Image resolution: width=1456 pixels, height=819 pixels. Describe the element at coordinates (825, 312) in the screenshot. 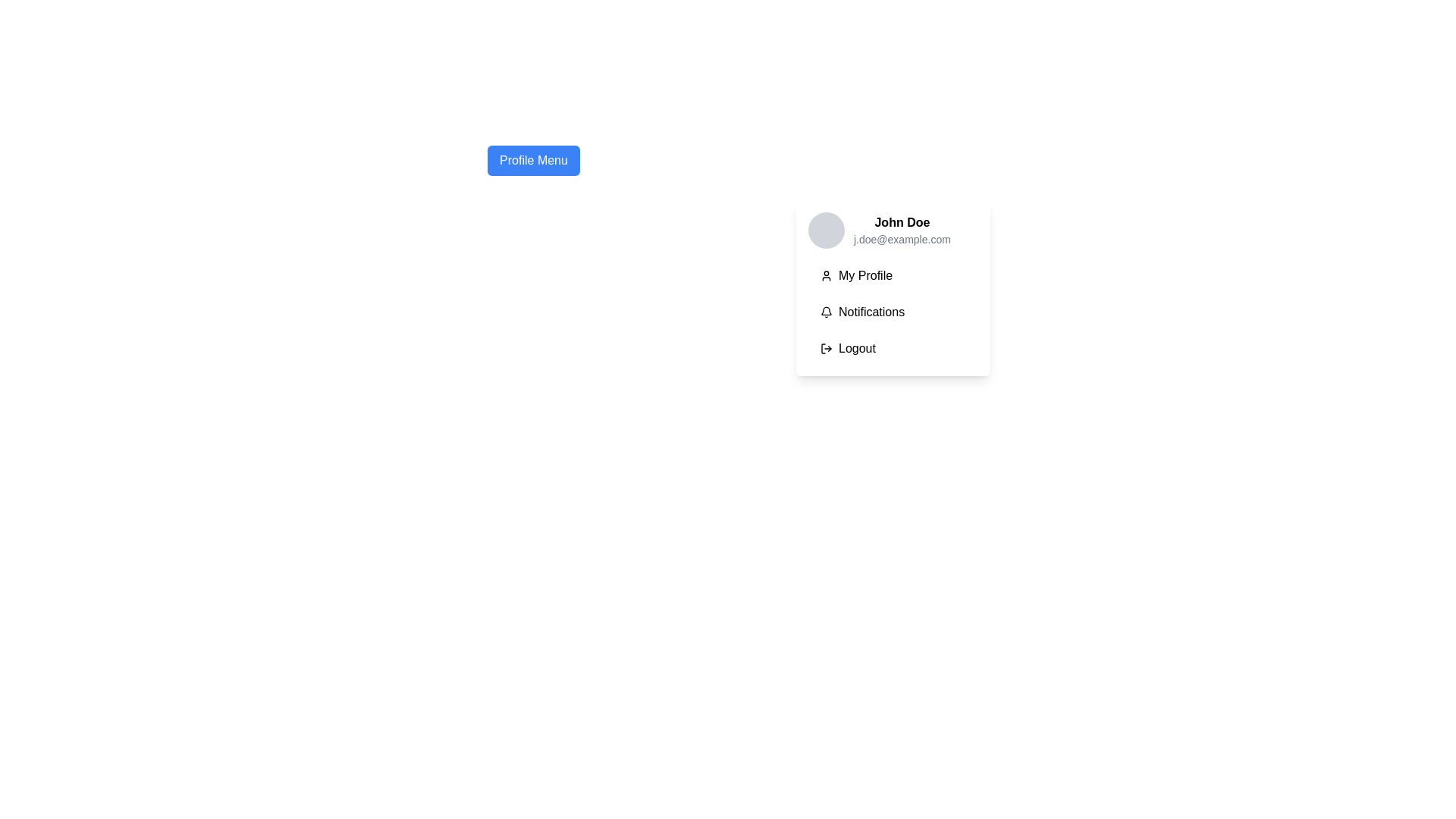

I see `the notifications icon in the dropdown menu` at that location.